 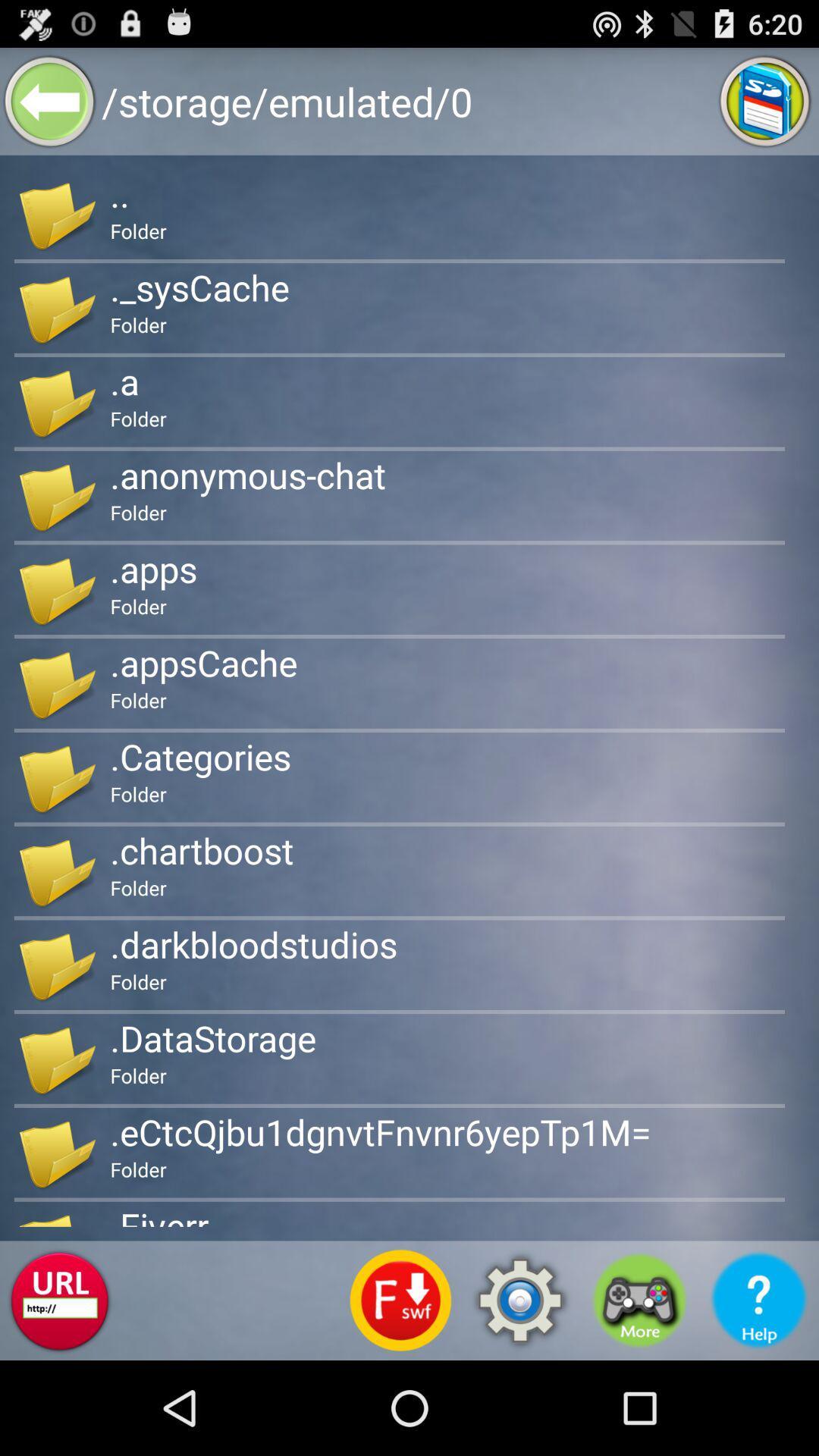 What do you see at coordinates (247, 474) in the screenshot?
I see `the .anonymous-chat` at bounding box center [247, 474].